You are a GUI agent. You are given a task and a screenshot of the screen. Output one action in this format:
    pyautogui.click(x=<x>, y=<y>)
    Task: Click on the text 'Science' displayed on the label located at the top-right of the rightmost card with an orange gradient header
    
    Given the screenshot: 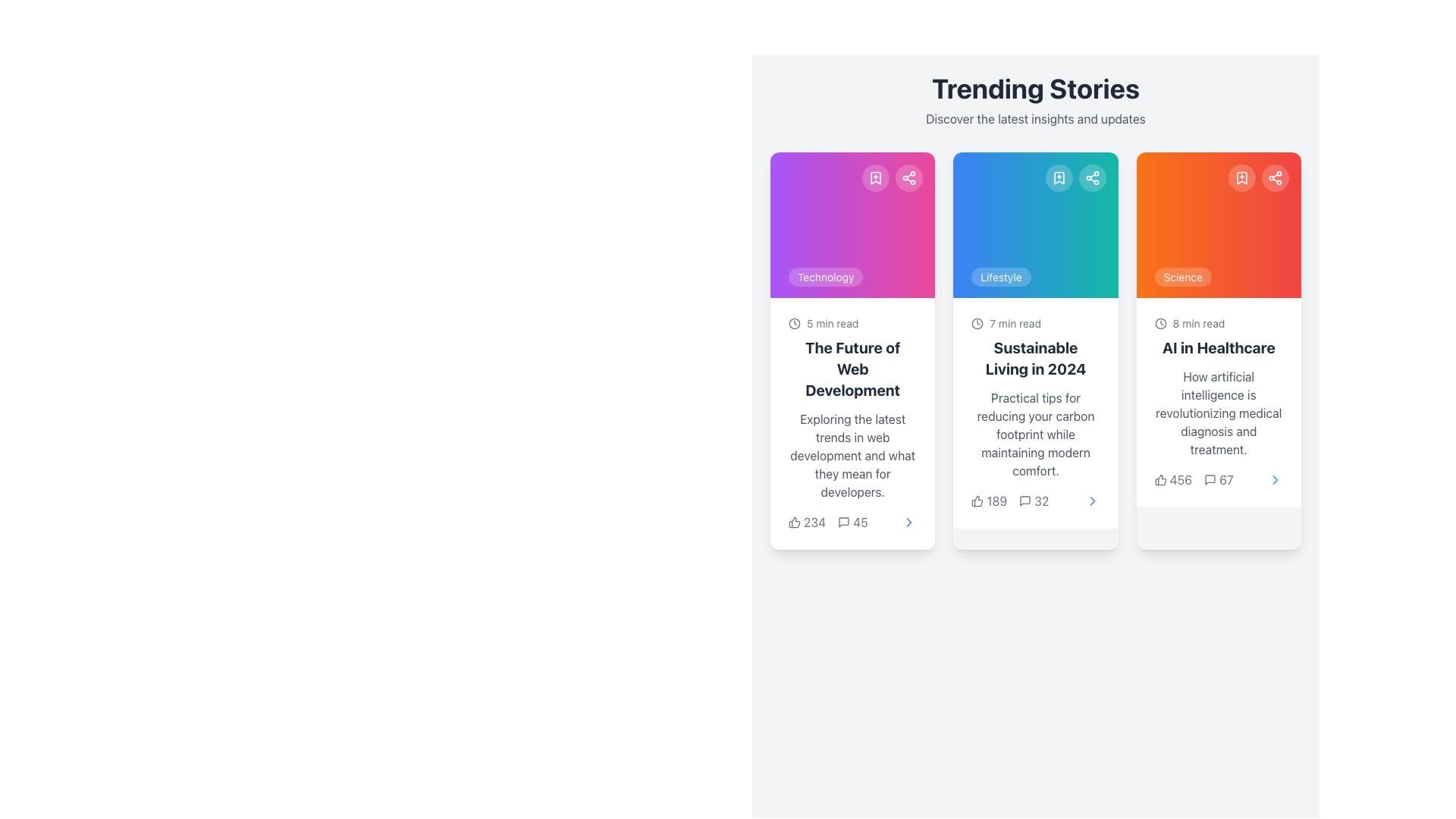 What is the action you would take?
    pyautogui.click(x=1182, y=277)
    